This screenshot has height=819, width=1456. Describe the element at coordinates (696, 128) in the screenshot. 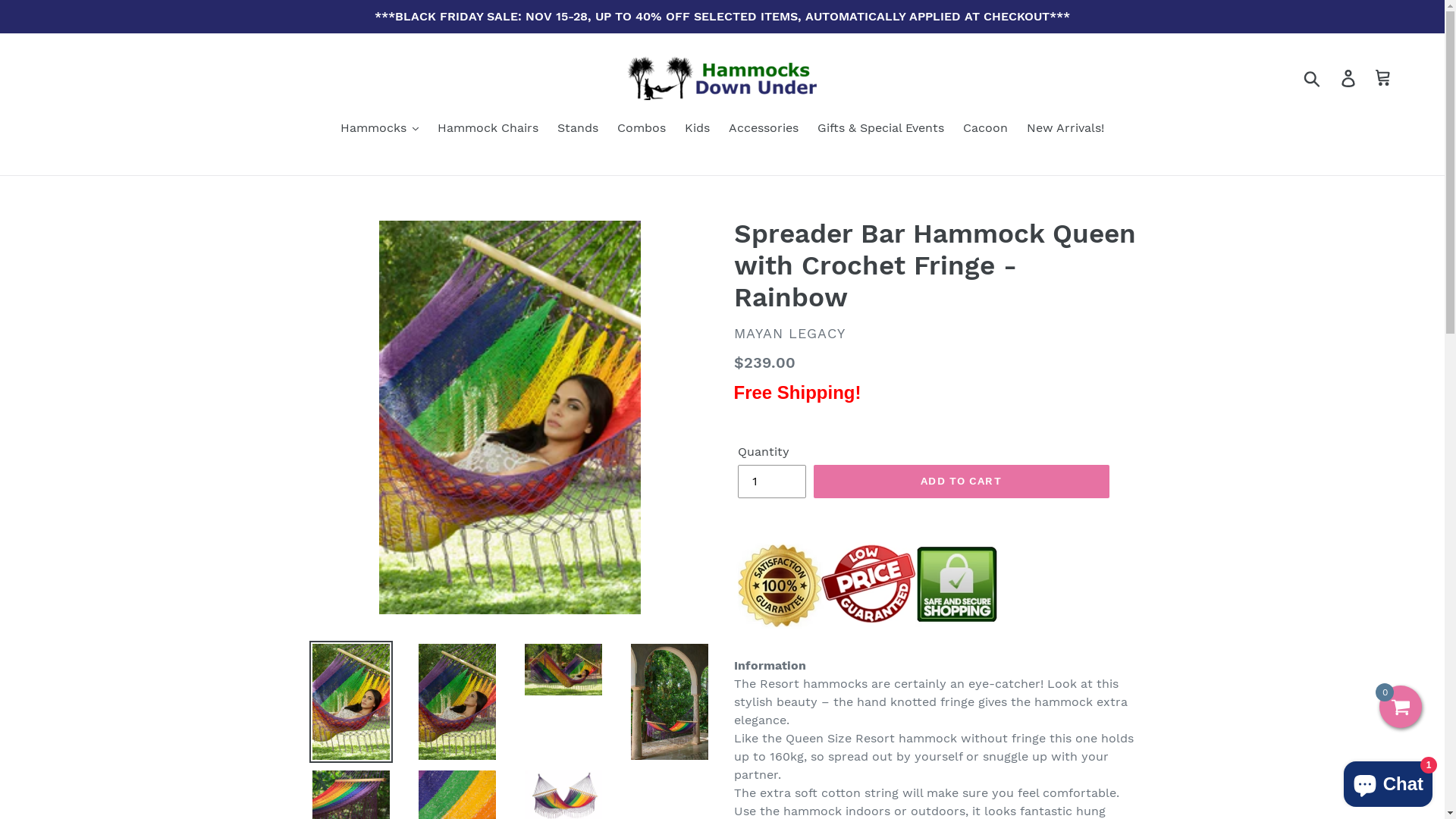

I see `'Kids'` at that location.